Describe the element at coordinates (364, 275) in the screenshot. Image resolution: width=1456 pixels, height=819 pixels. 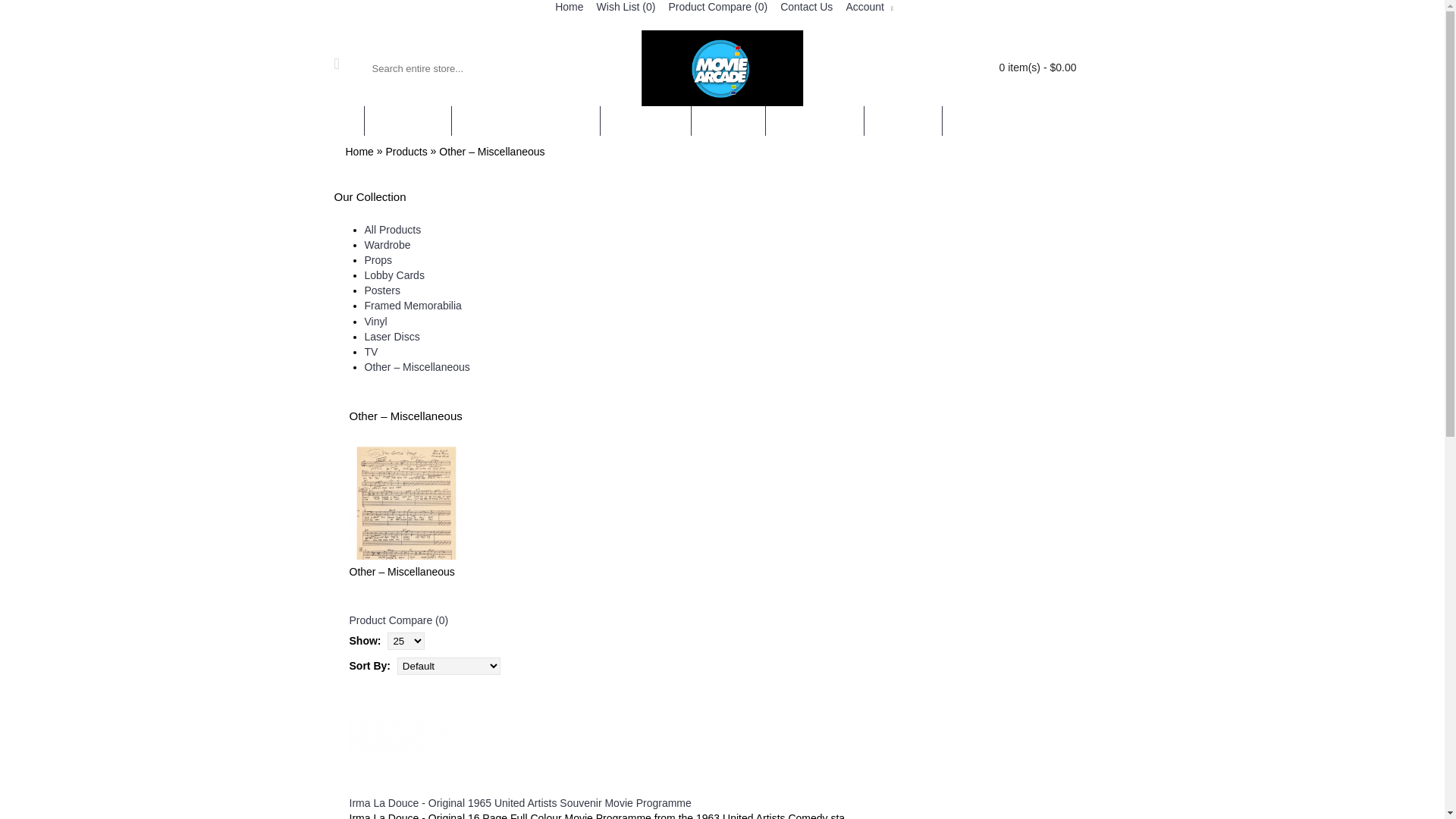
I see `'Lobby Cards'` at that location.